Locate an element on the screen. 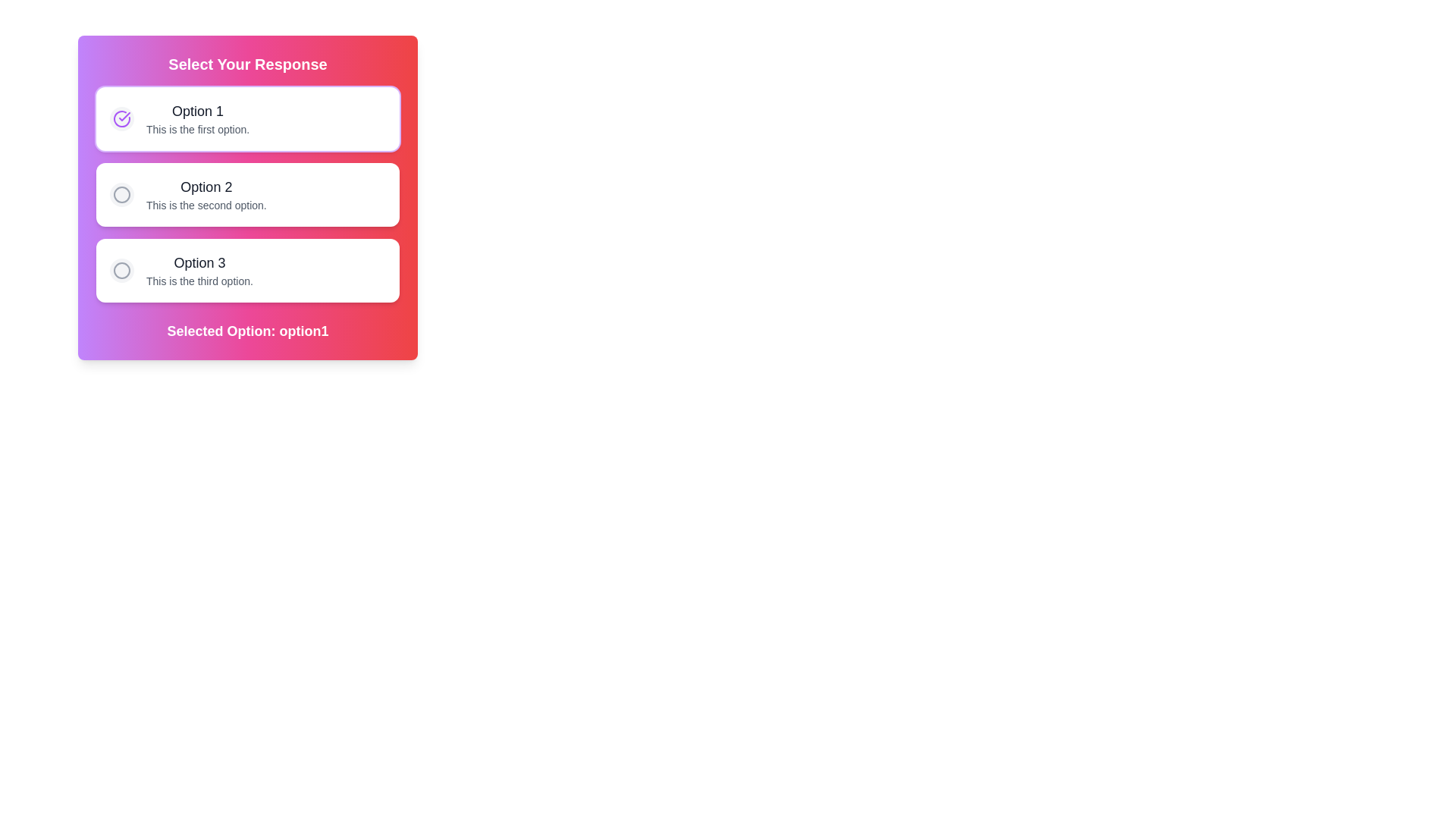  the second selectable option in the list, positioned below 'Option 1' and above 'Option 3' is located at coordinates (247, 194).